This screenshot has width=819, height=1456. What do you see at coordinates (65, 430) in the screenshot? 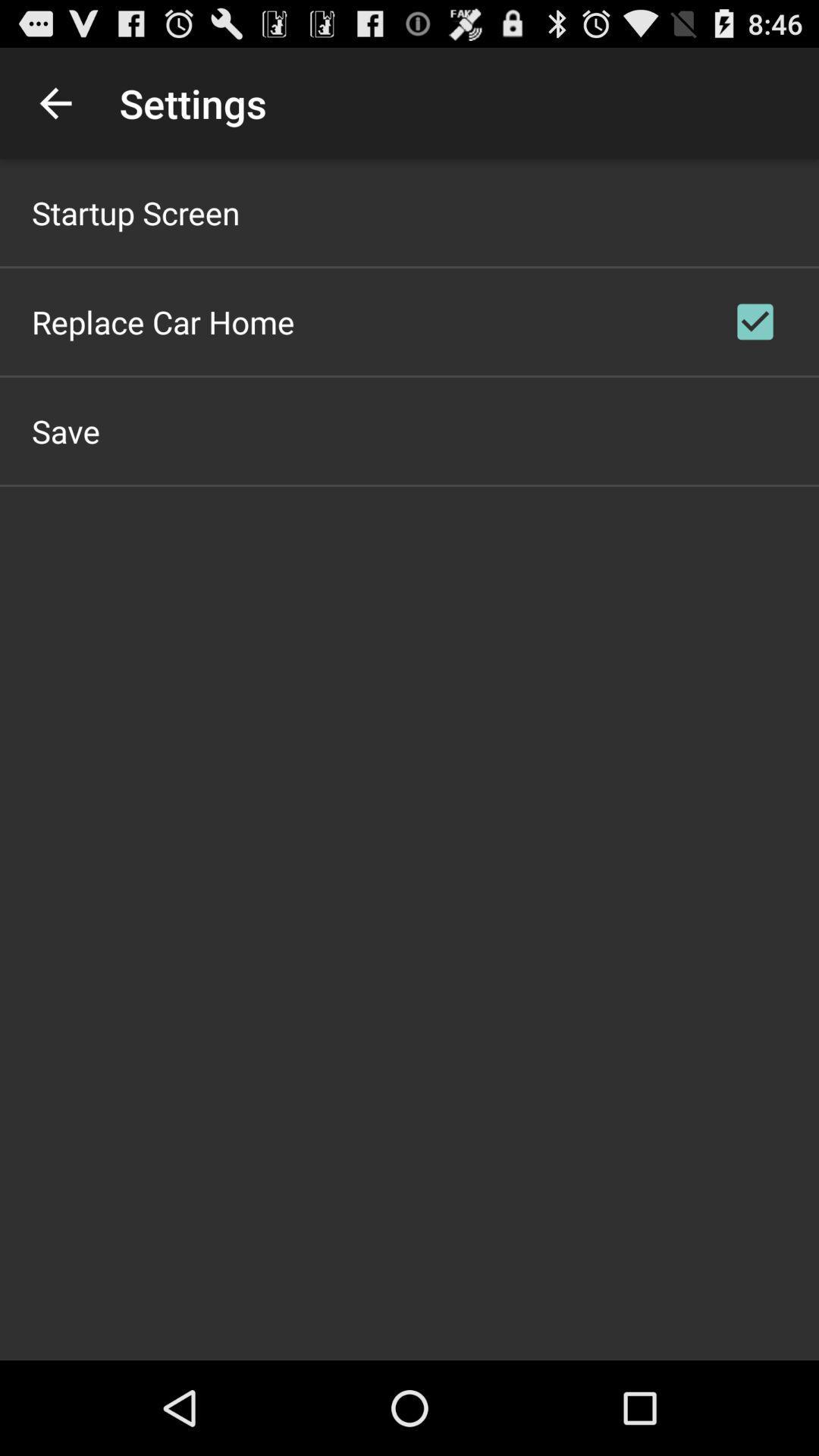
I see `save app` at bounding box center [65, 430].